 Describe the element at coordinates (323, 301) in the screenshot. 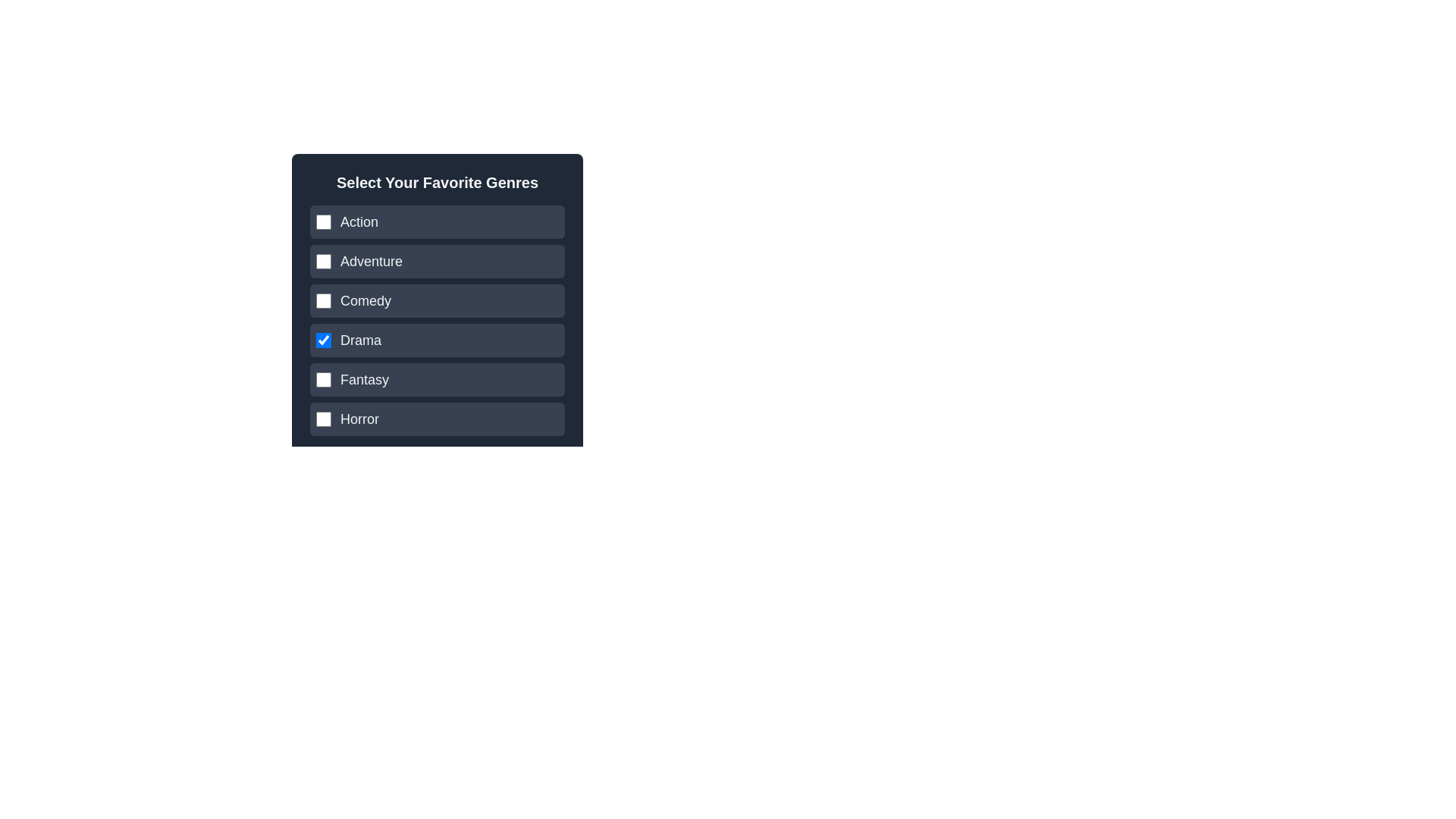

I see `the checkbox with a blue border associated with the label 'Comedy' in the third row of the options list to provide visual feedback` at that location.